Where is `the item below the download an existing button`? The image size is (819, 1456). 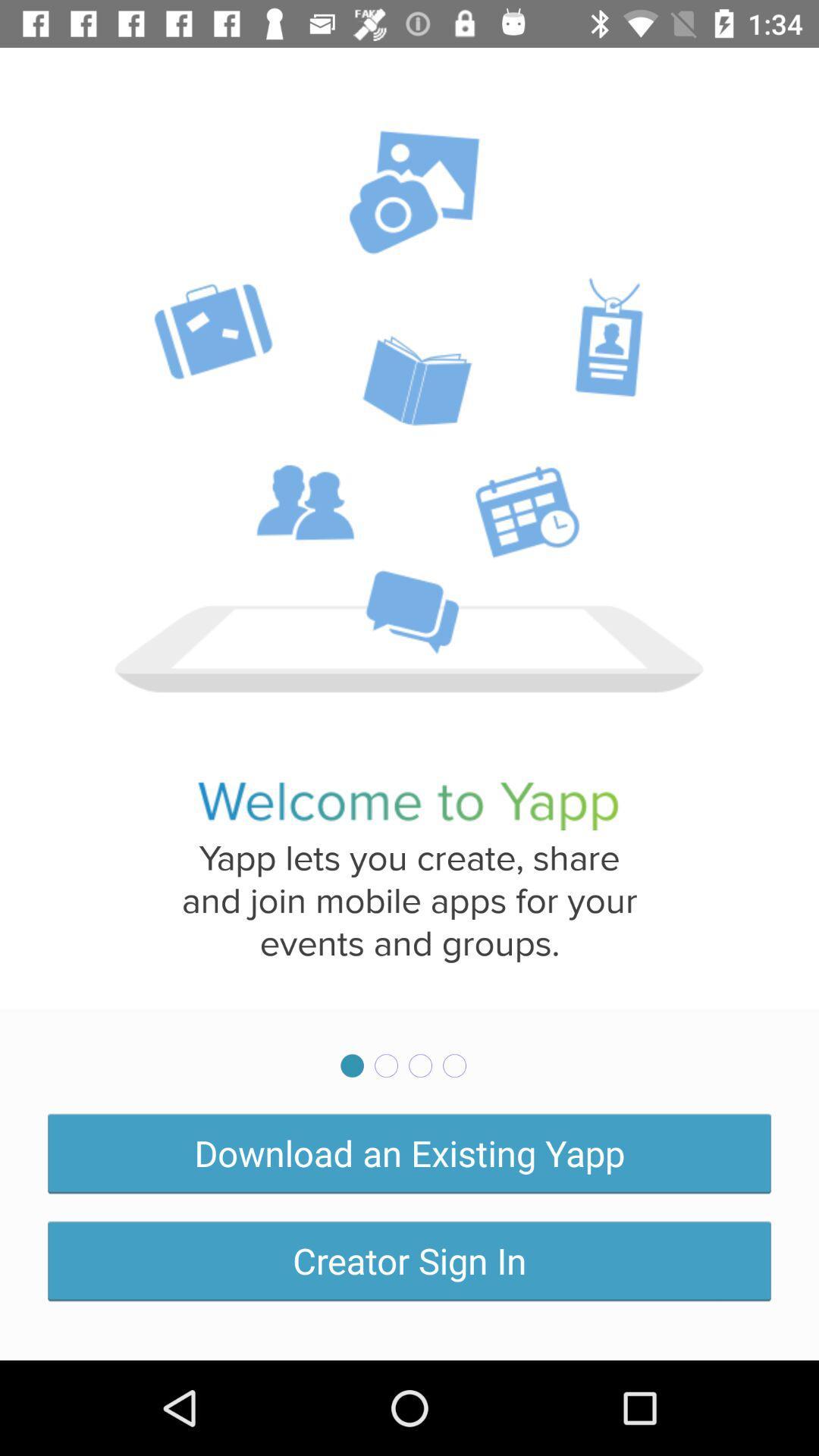 the item below the download an existing button is located at coordinates (409, 1260).